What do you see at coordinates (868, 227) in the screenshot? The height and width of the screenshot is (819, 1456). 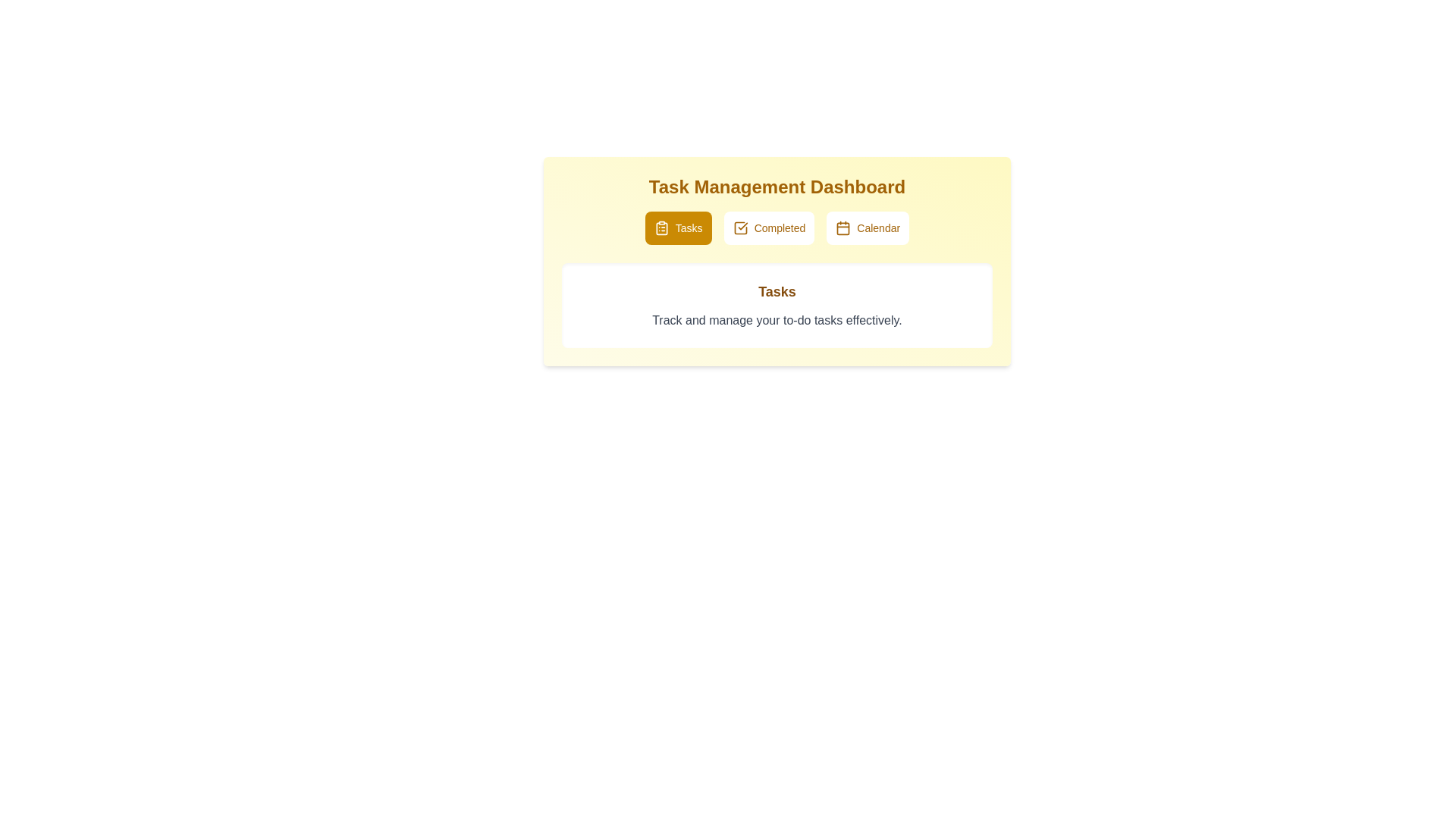 I see `the Calendar button to observe its UI effects` at bounding box center [868, 227].